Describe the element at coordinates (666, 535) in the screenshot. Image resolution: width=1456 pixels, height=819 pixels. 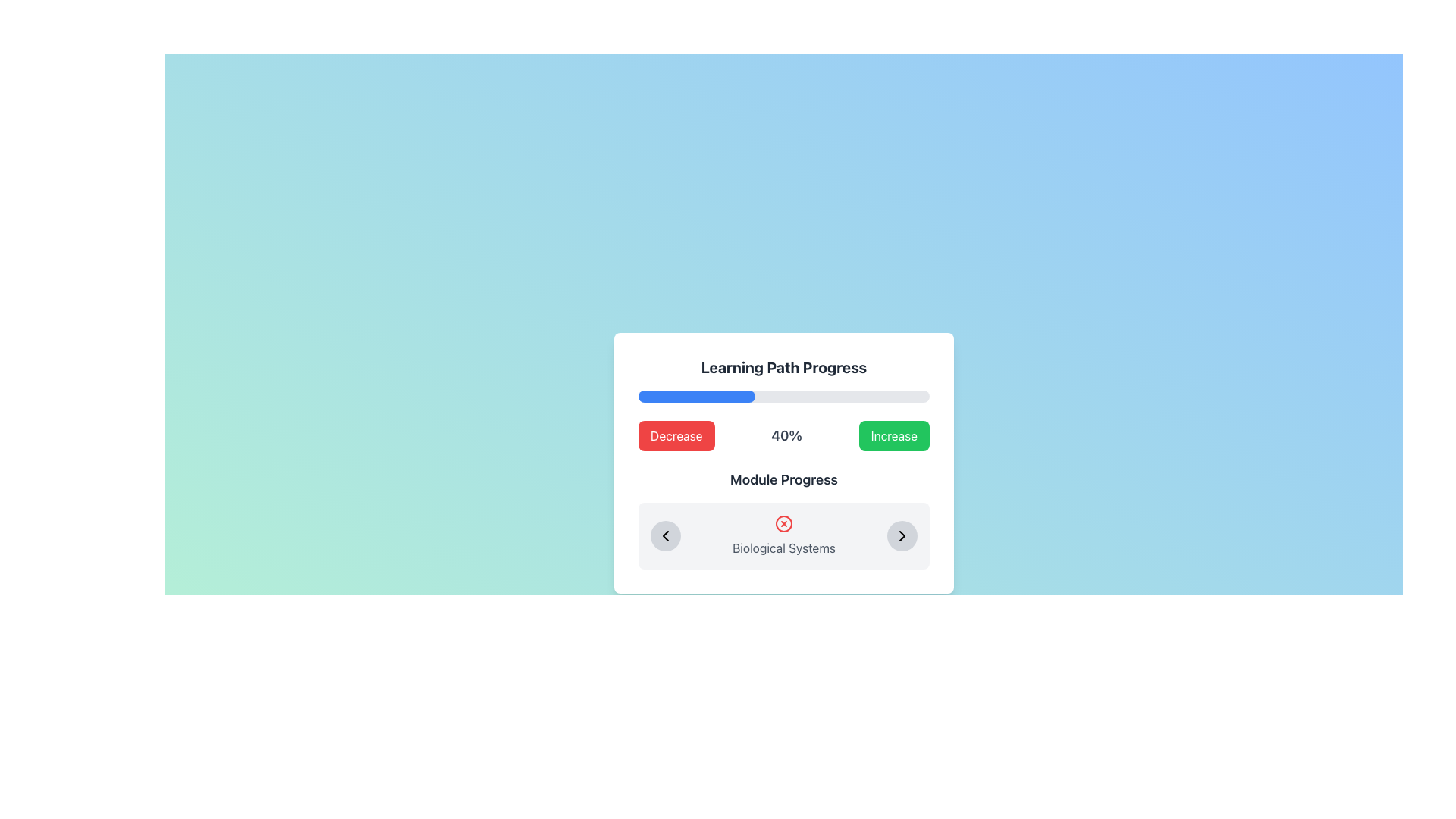
I see `the left-pointing chevron-shaped icon located in the 'Module Progress' section of the card interface` at that location.